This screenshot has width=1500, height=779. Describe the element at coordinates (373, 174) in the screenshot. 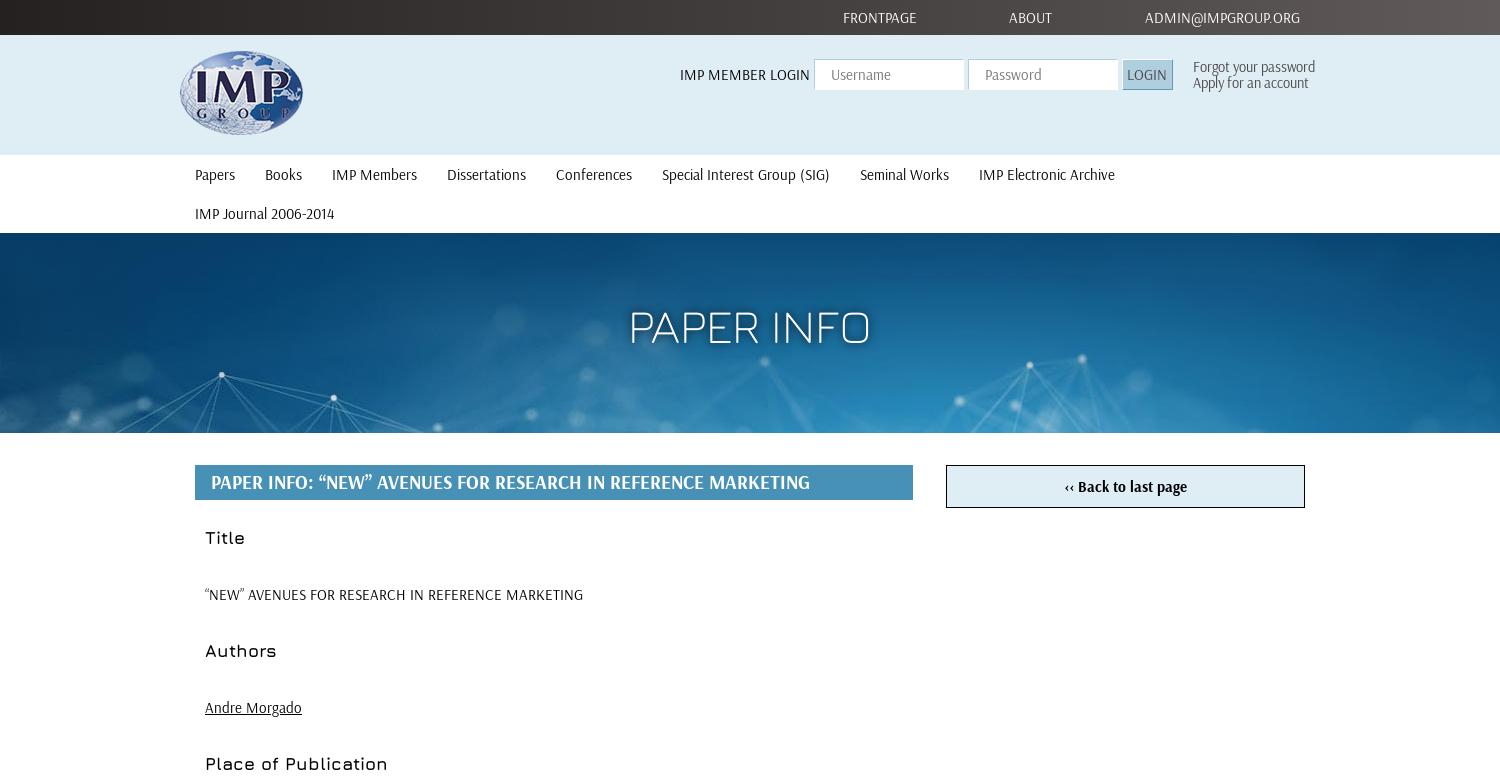

I see `'IMP Members'` at that location.